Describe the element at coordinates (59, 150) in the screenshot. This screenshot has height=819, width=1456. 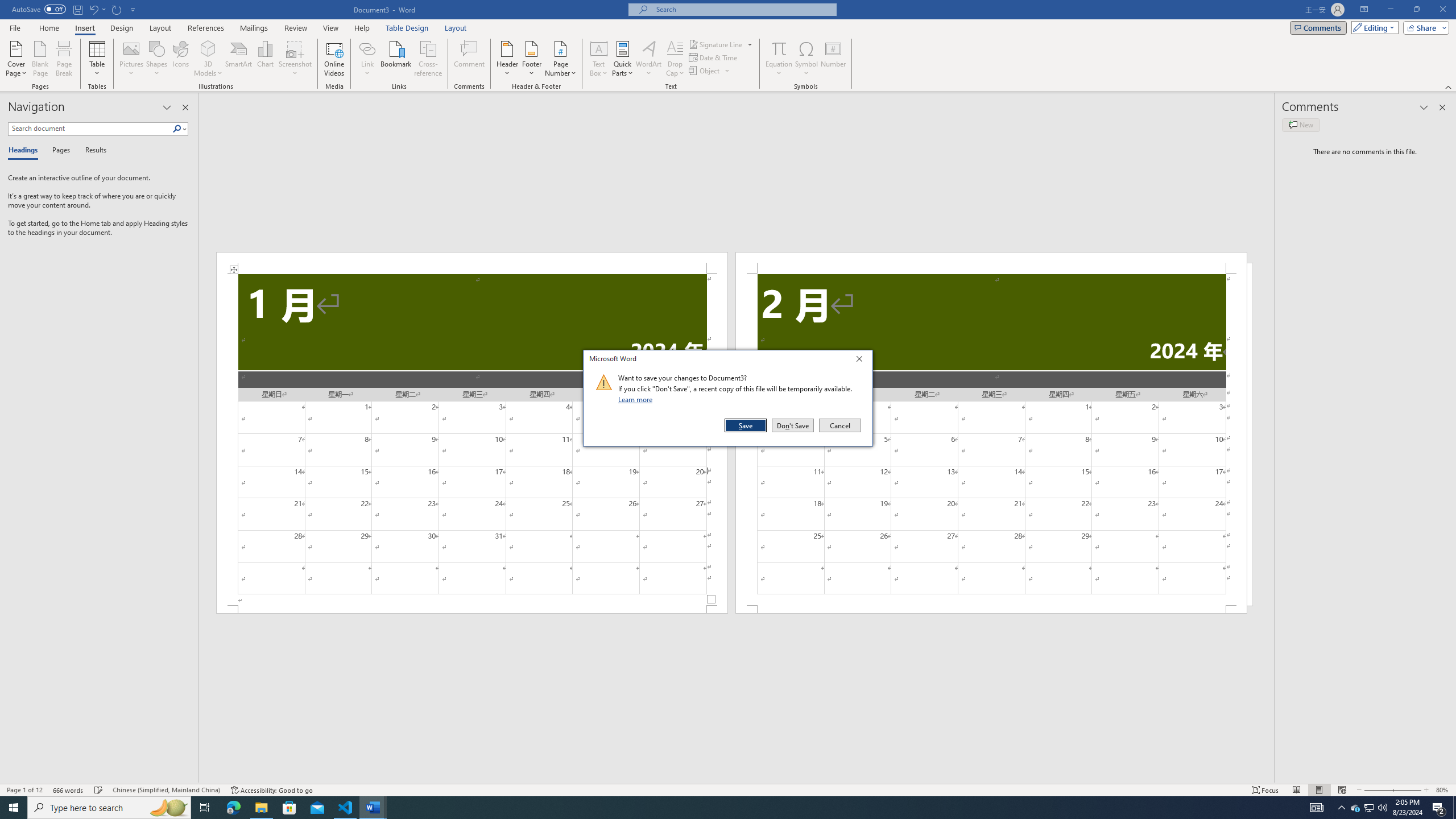
I see `'Pages'` at that location.